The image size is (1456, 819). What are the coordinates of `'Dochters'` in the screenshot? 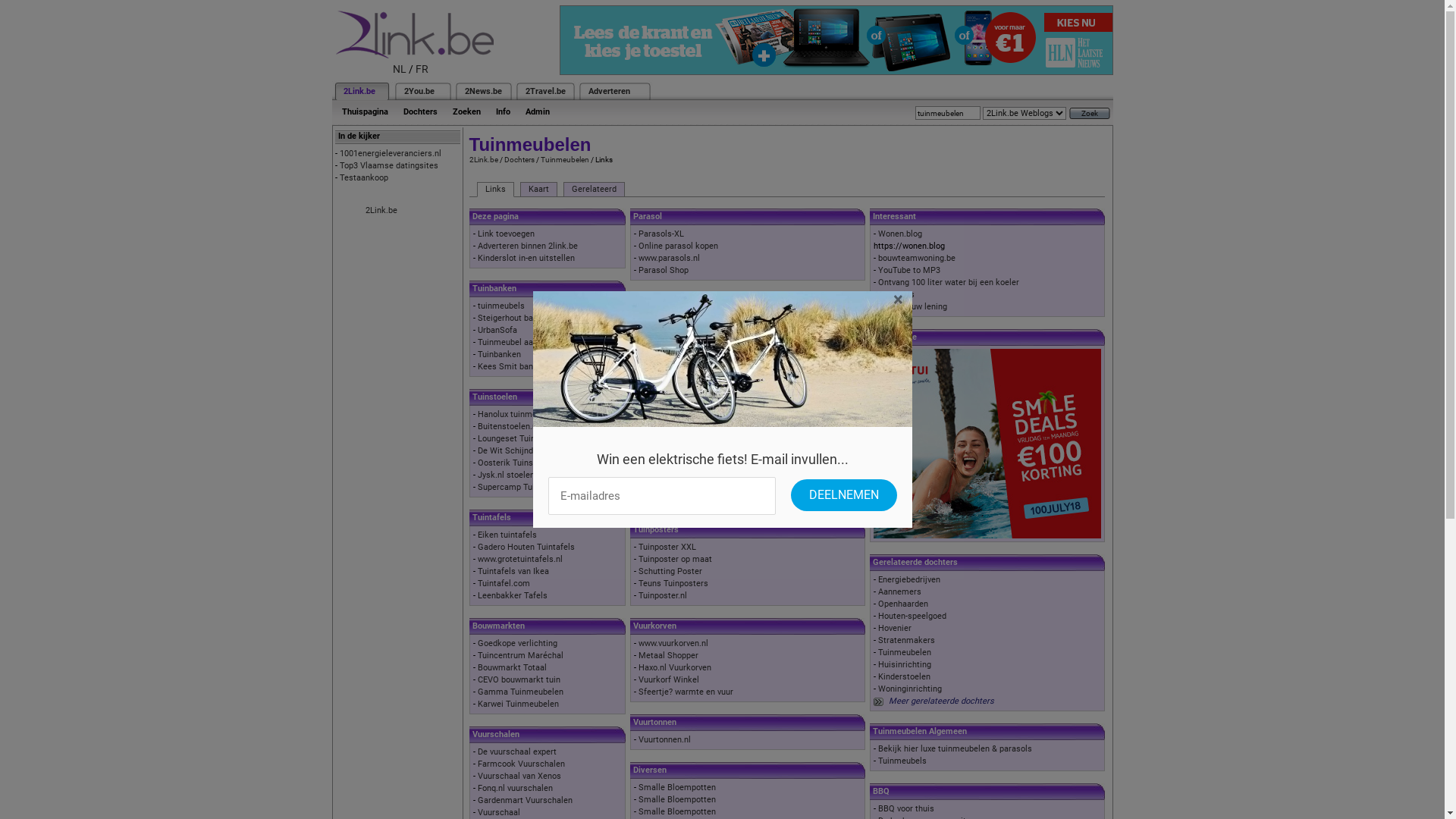 It's located at (420, 111).